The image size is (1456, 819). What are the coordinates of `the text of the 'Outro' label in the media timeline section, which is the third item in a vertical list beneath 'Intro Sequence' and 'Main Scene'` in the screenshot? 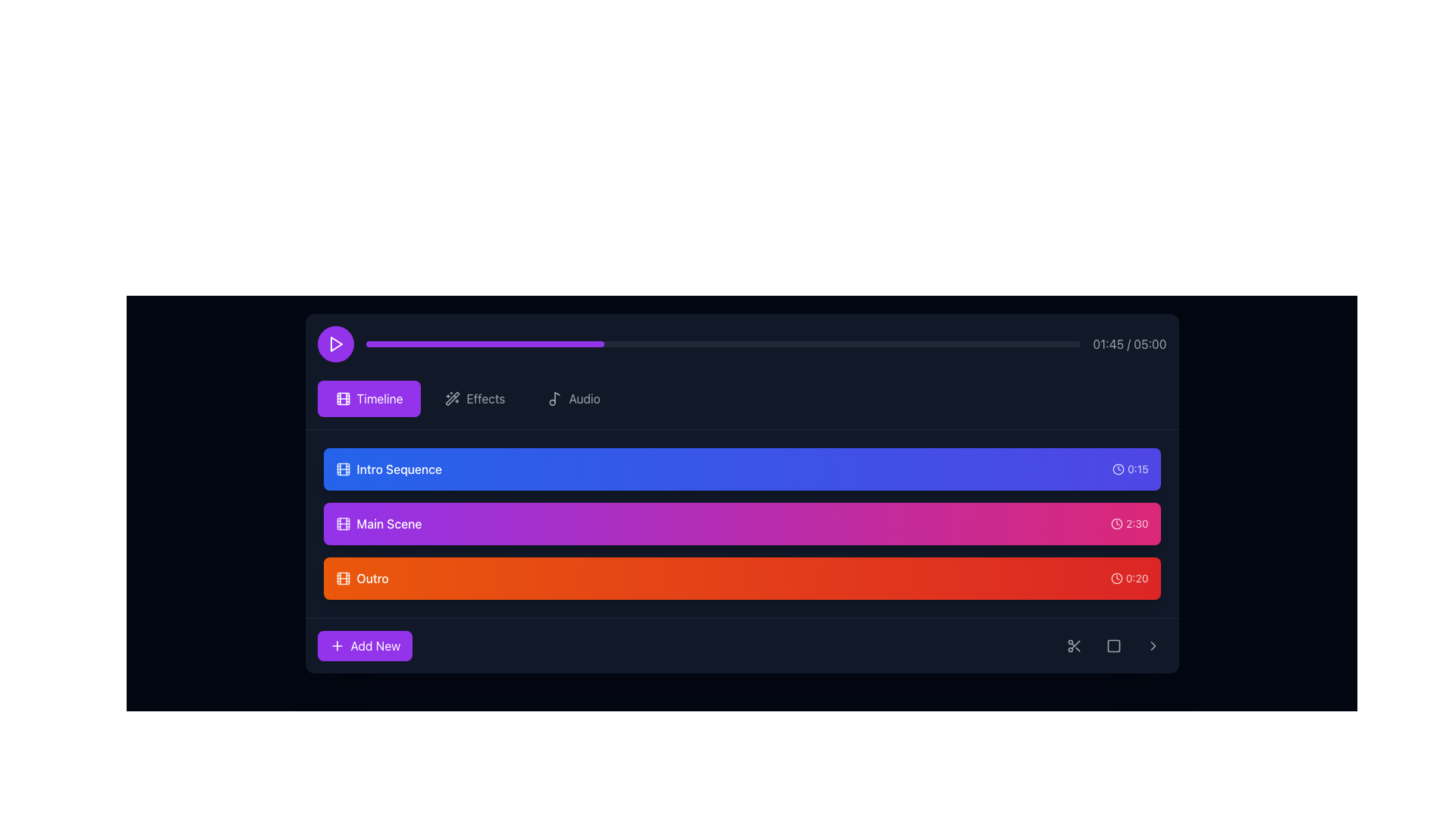 It's located at (361, 579).